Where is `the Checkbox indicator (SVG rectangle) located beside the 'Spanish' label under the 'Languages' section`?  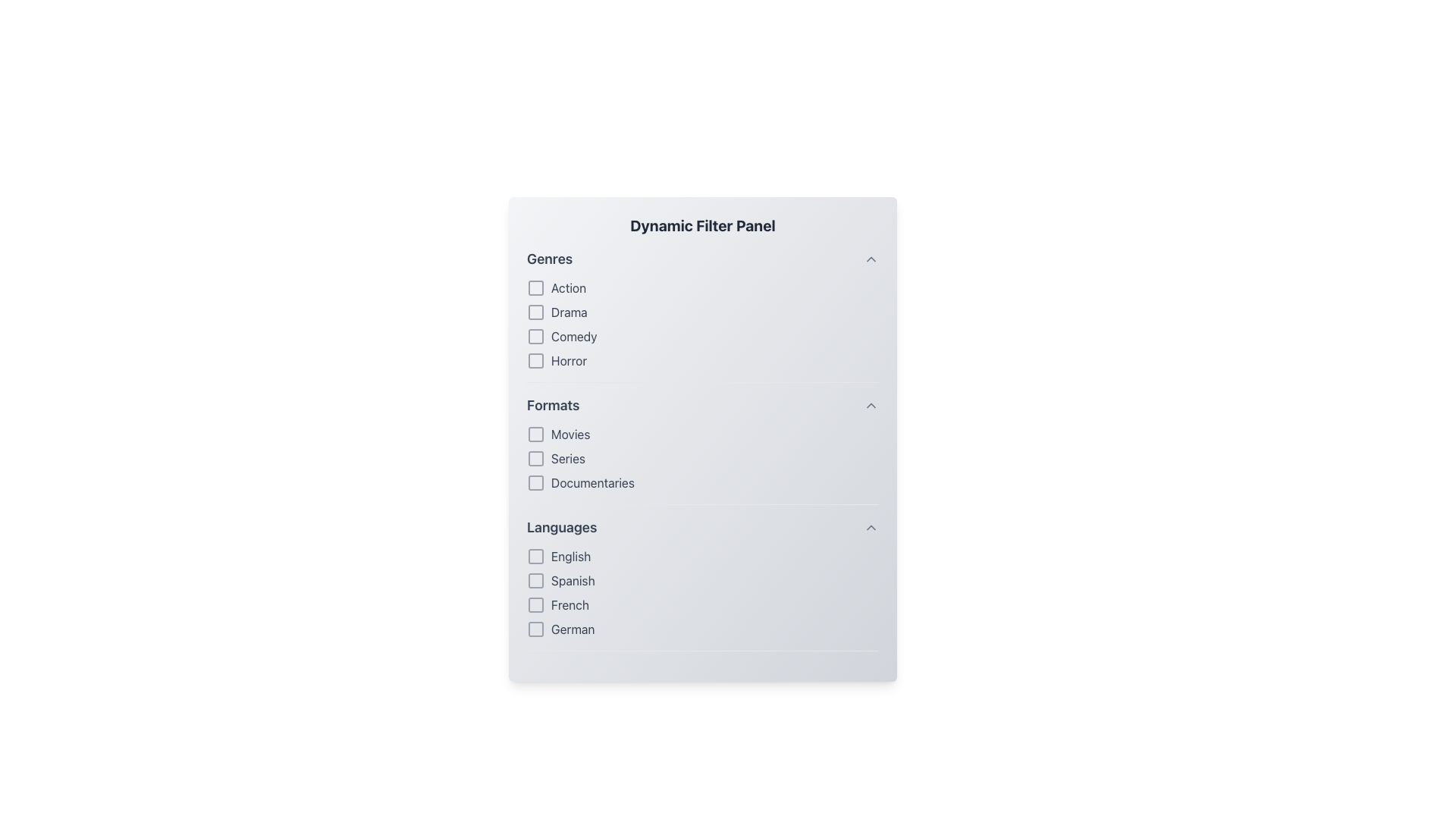 the Checkbox indicator (SVG rectangle) located beside the 'Spanish' label under the 'Languages' section is located at coordinates (535, 580).